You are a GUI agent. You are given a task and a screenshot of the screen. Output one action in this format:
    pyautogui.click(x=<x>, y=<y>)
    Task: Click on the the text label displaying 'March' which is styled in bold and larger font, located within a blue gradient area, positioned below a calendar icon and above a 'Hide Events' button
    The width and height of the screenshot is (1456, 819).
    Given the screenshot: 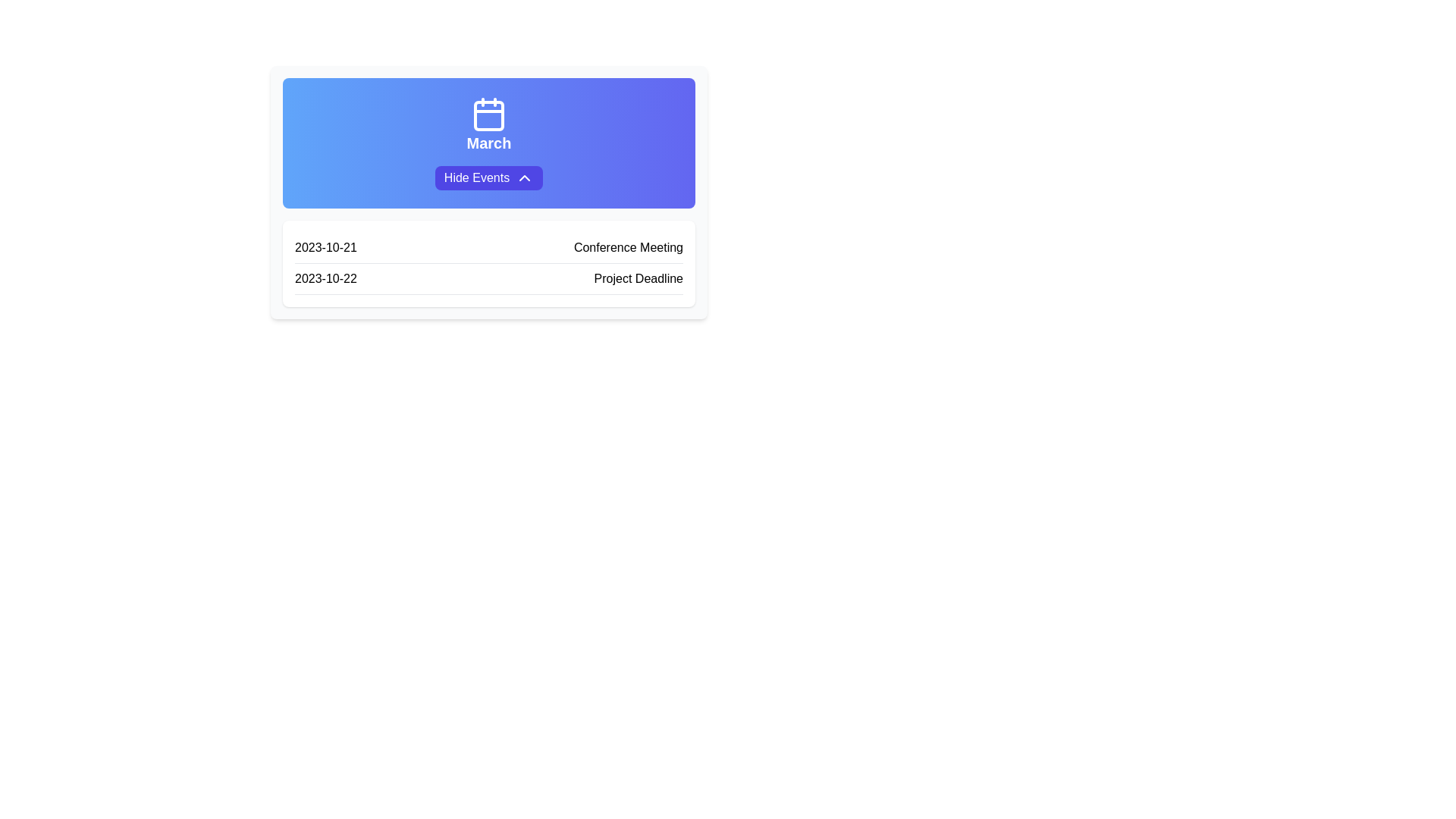 What is the action you would take?
    pyautogui.click(x=488, y=143)
    